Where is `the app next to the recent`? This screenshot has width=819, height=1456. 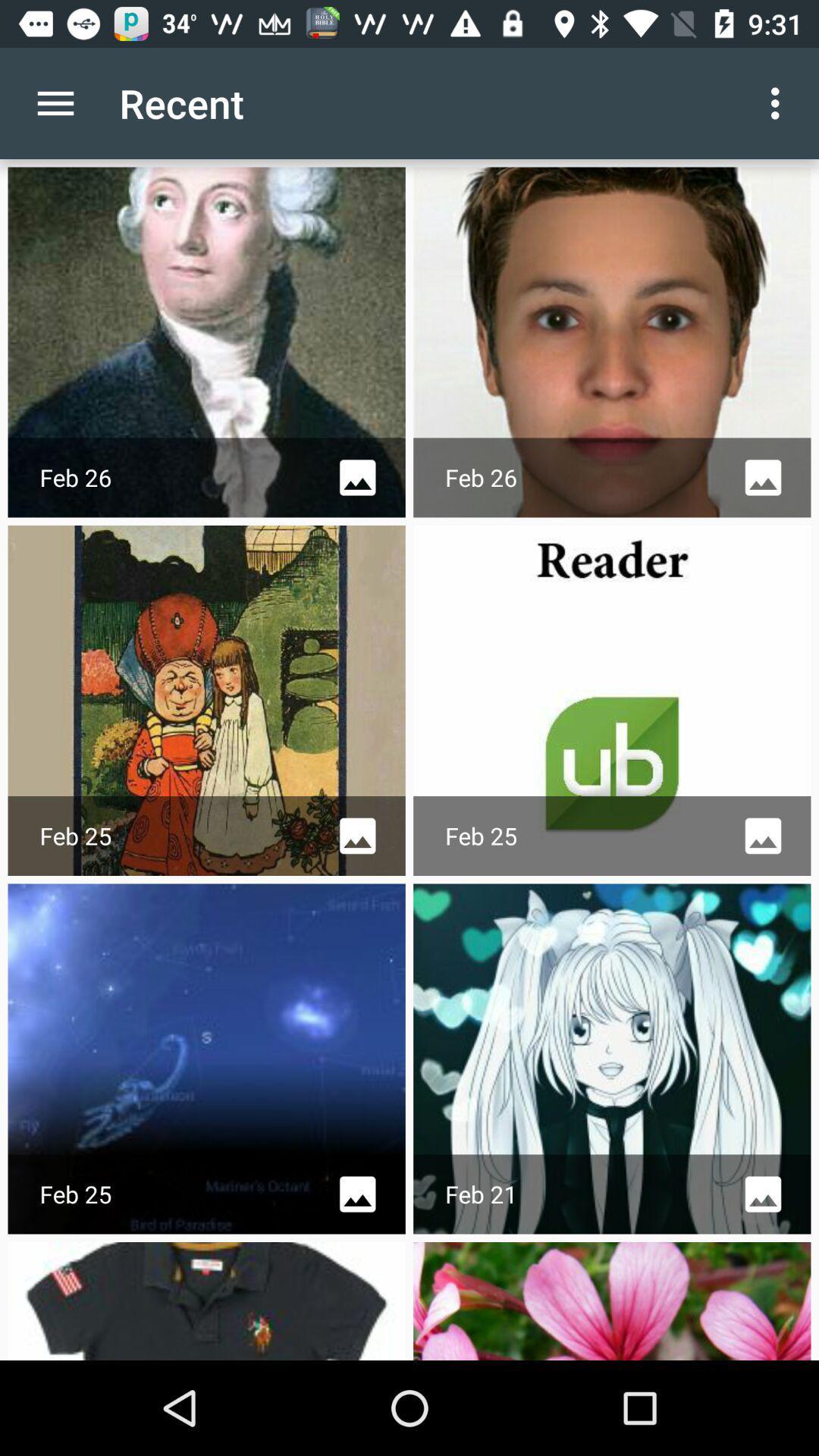 the app next to the recent is located at coordinates (55, 102).